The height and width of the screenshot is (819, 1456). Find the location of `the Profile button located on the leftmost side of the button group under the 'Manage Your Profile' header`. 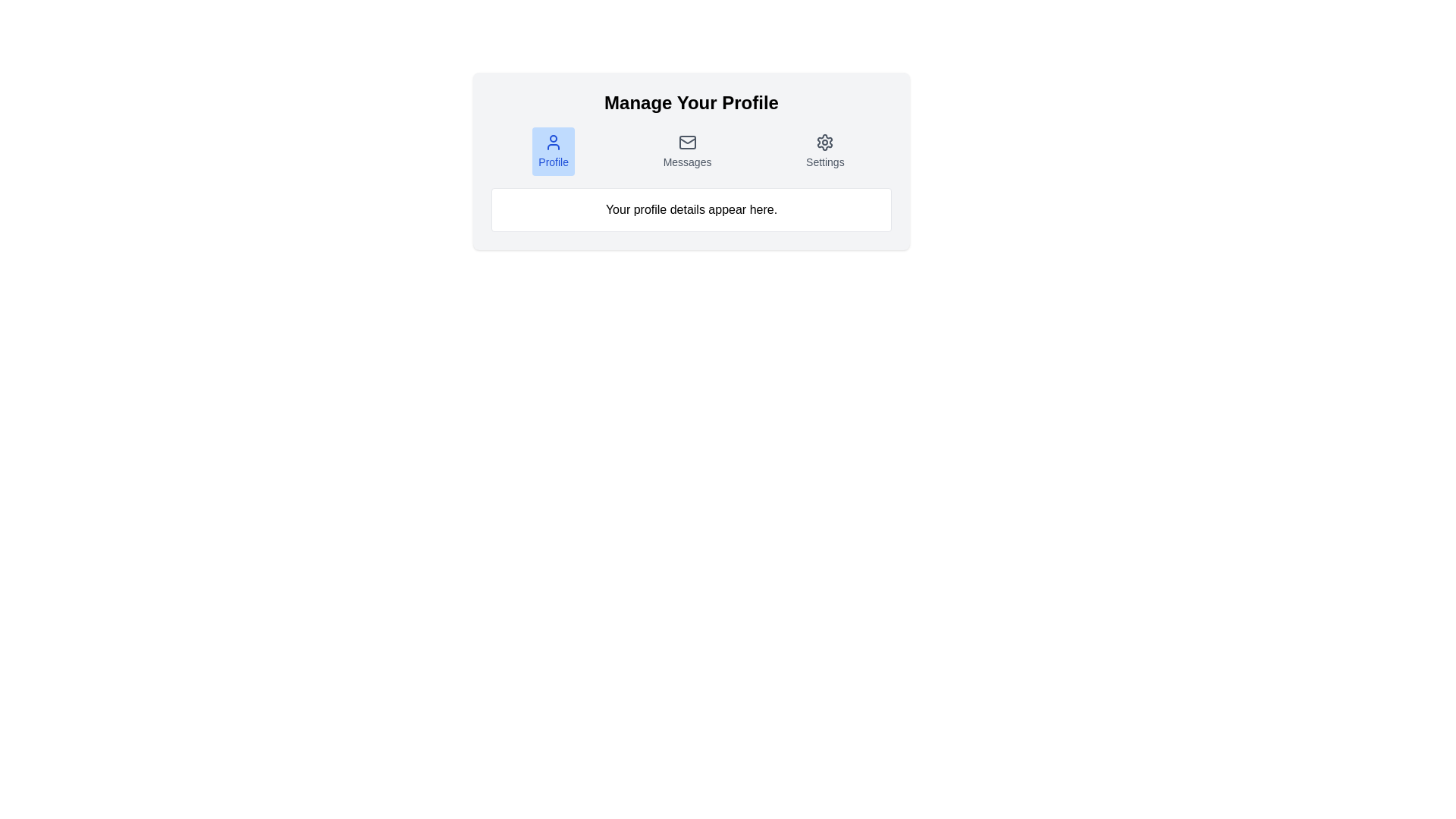

the Profile button located on the leftmost side of the button group under the 'Manage Your Profile' header is located at coordinates (553, 143).